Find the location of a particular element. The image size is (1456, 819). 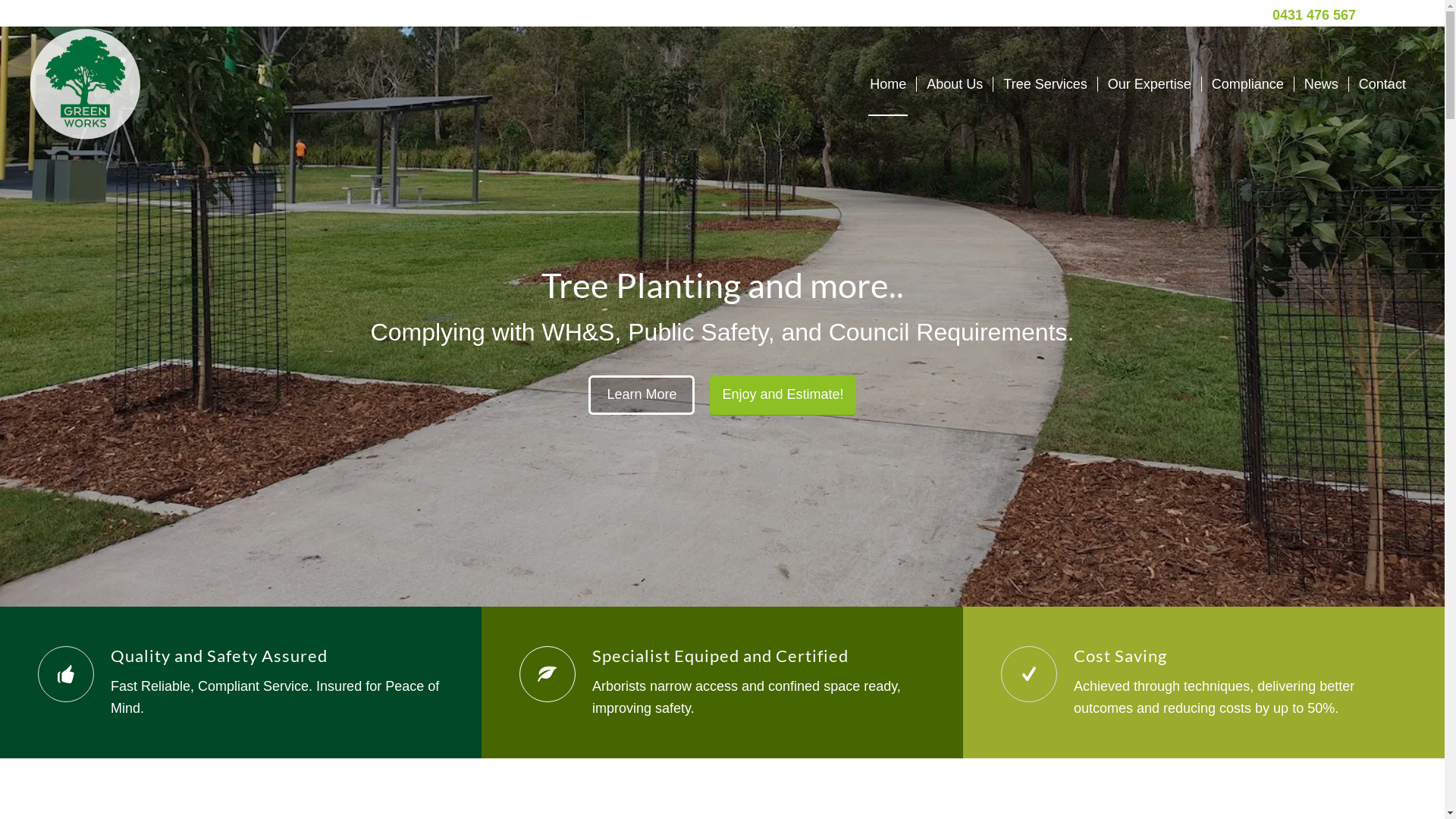

'Home' is located at coordinates (859, 84).